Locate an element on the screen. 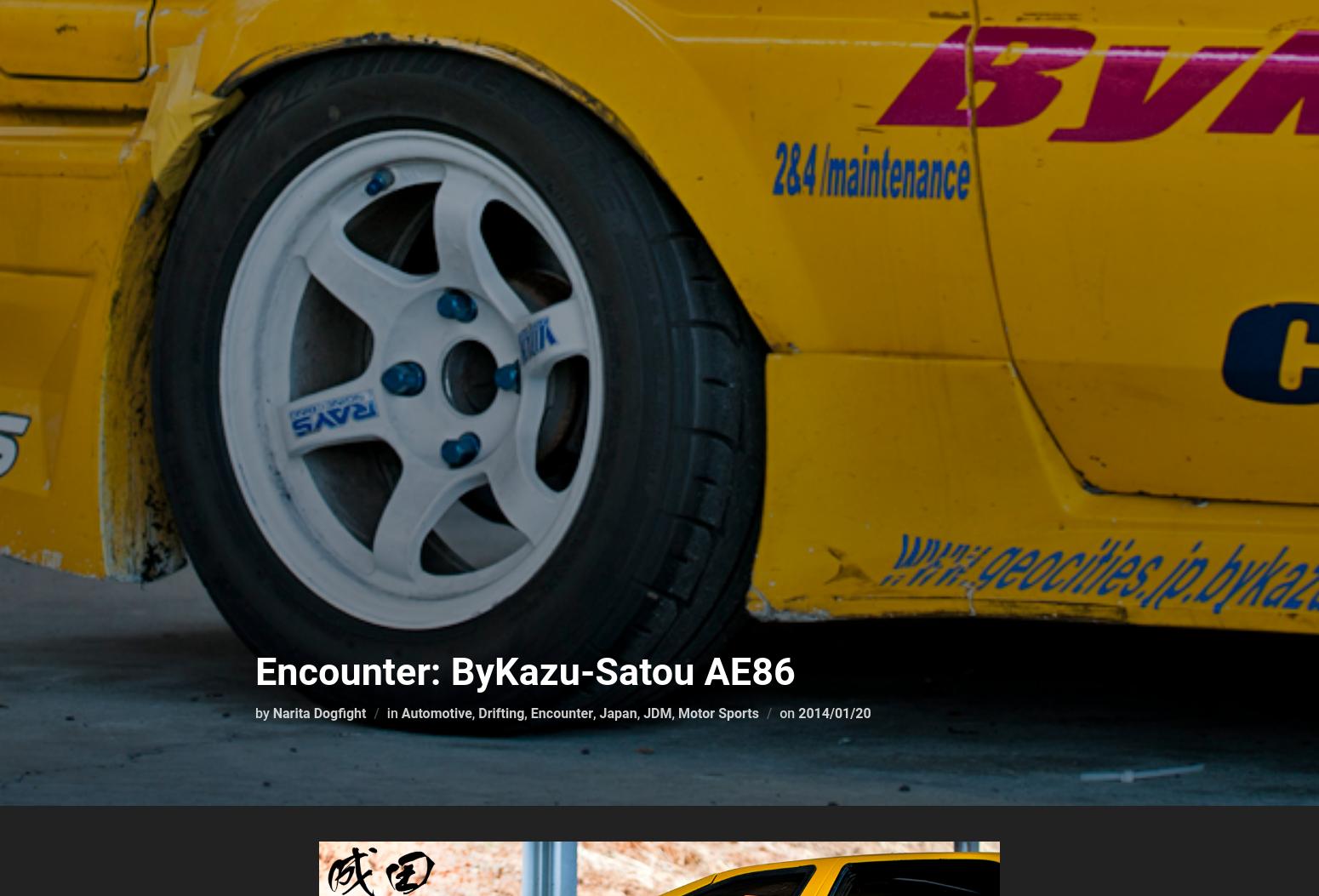 The width and height of the screenshot is (1319, 896). 'by' is located at coordinates (254, 712).